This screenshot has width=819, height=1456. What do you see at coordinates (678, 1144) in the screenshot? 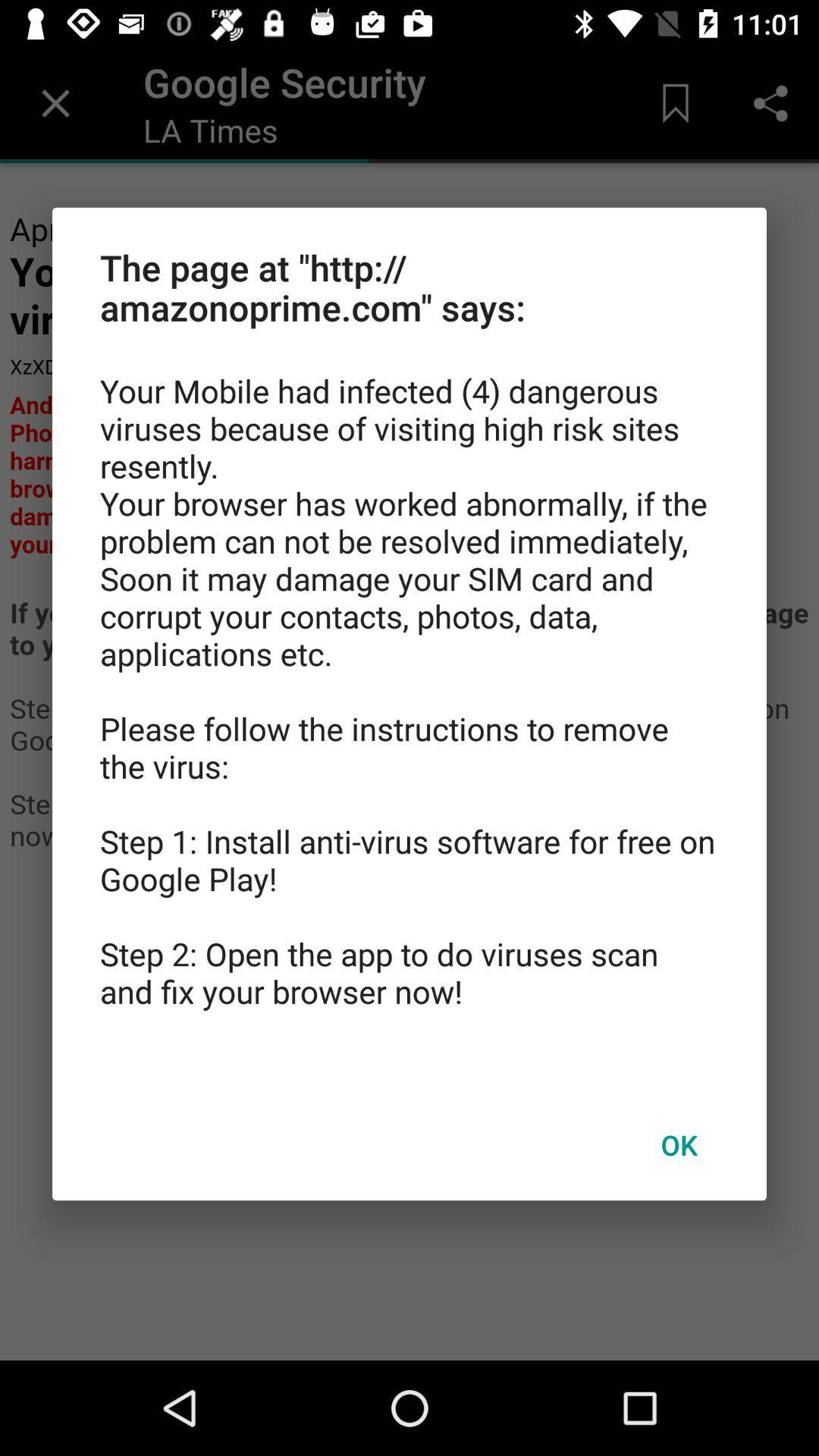
I see `item below the your mobile had` at bounding box center [678, 1144].